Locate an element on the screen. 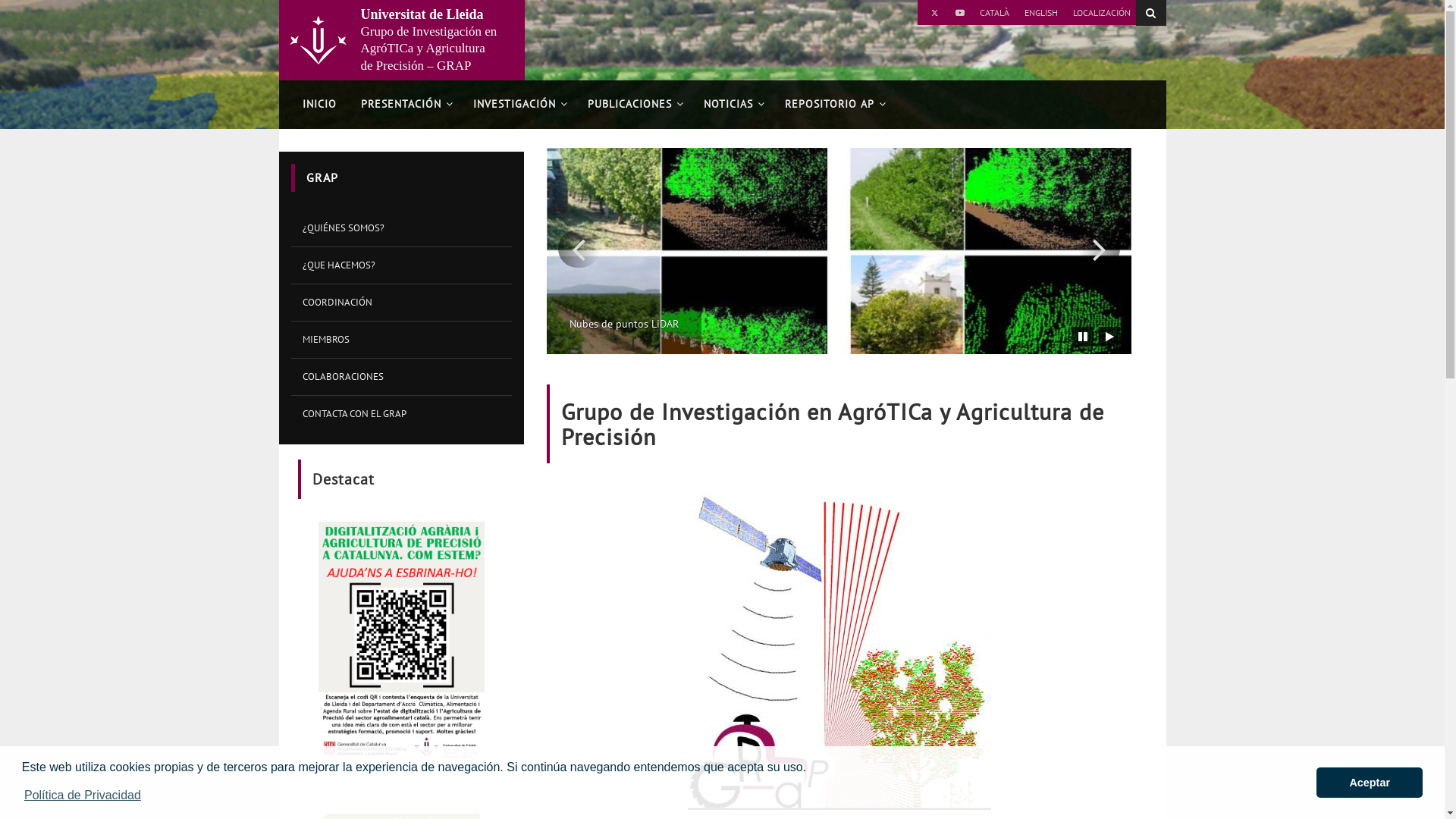 The image size is (1456, 819). 'MIEMBROS' is located at coordinates (401, 338).